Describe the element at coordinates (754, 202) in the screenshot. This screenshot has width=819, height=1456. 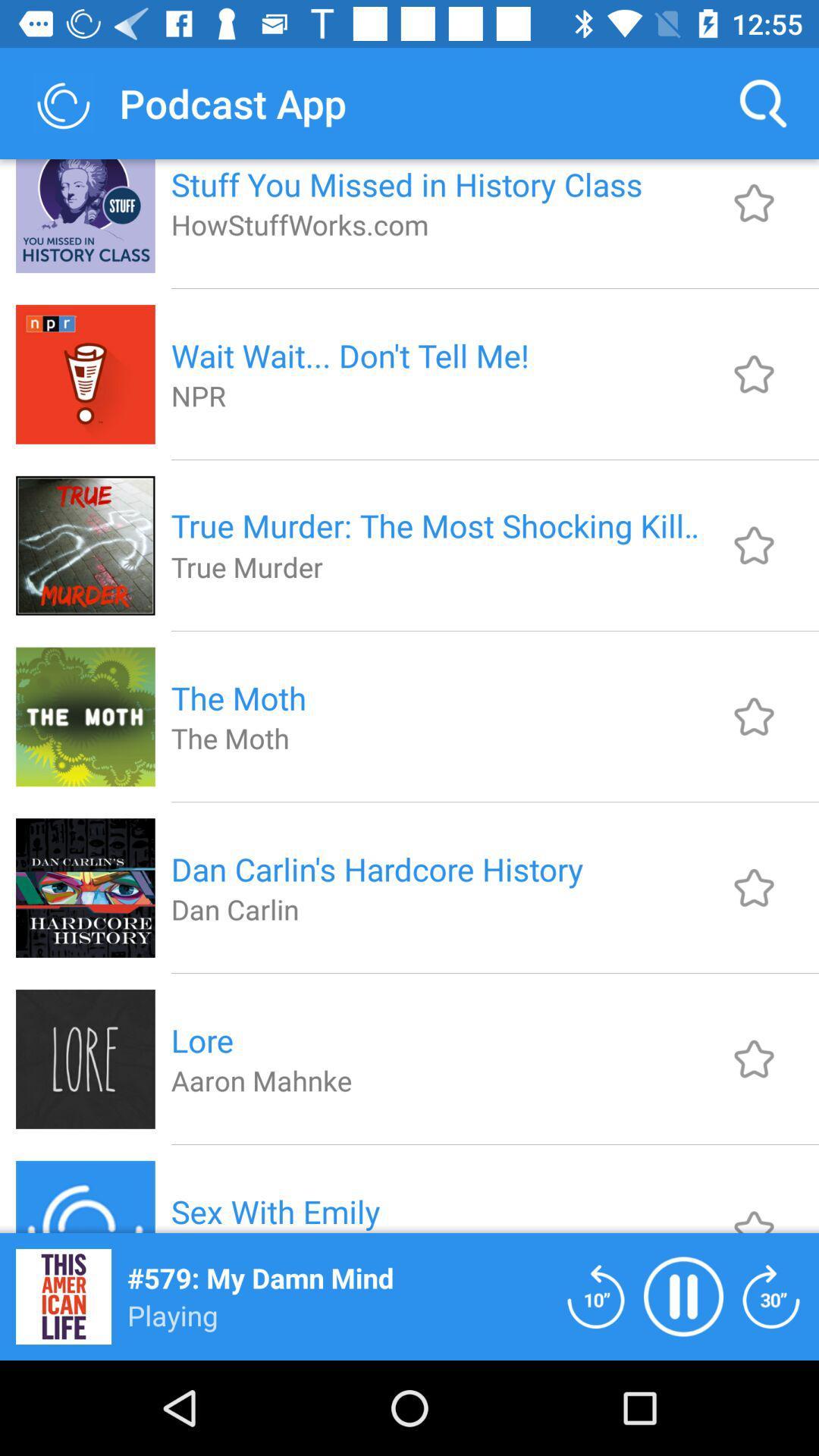
I see `to favorites` at that location.